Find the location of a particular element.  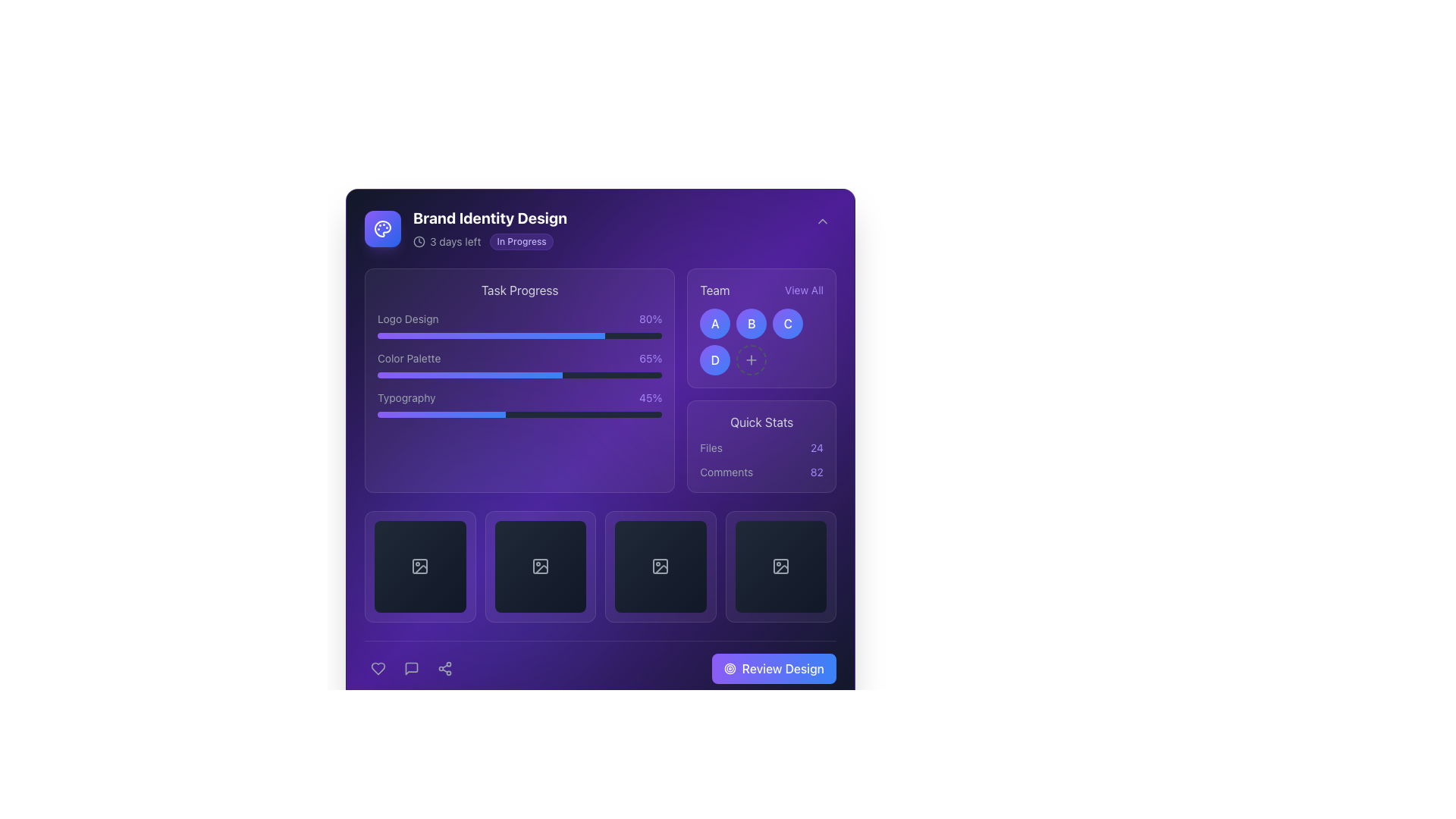

the Interactive image placeholder, which is the last item in a four-item grid with a dark background and an image icon at its center is located at coordinates (780, 566).